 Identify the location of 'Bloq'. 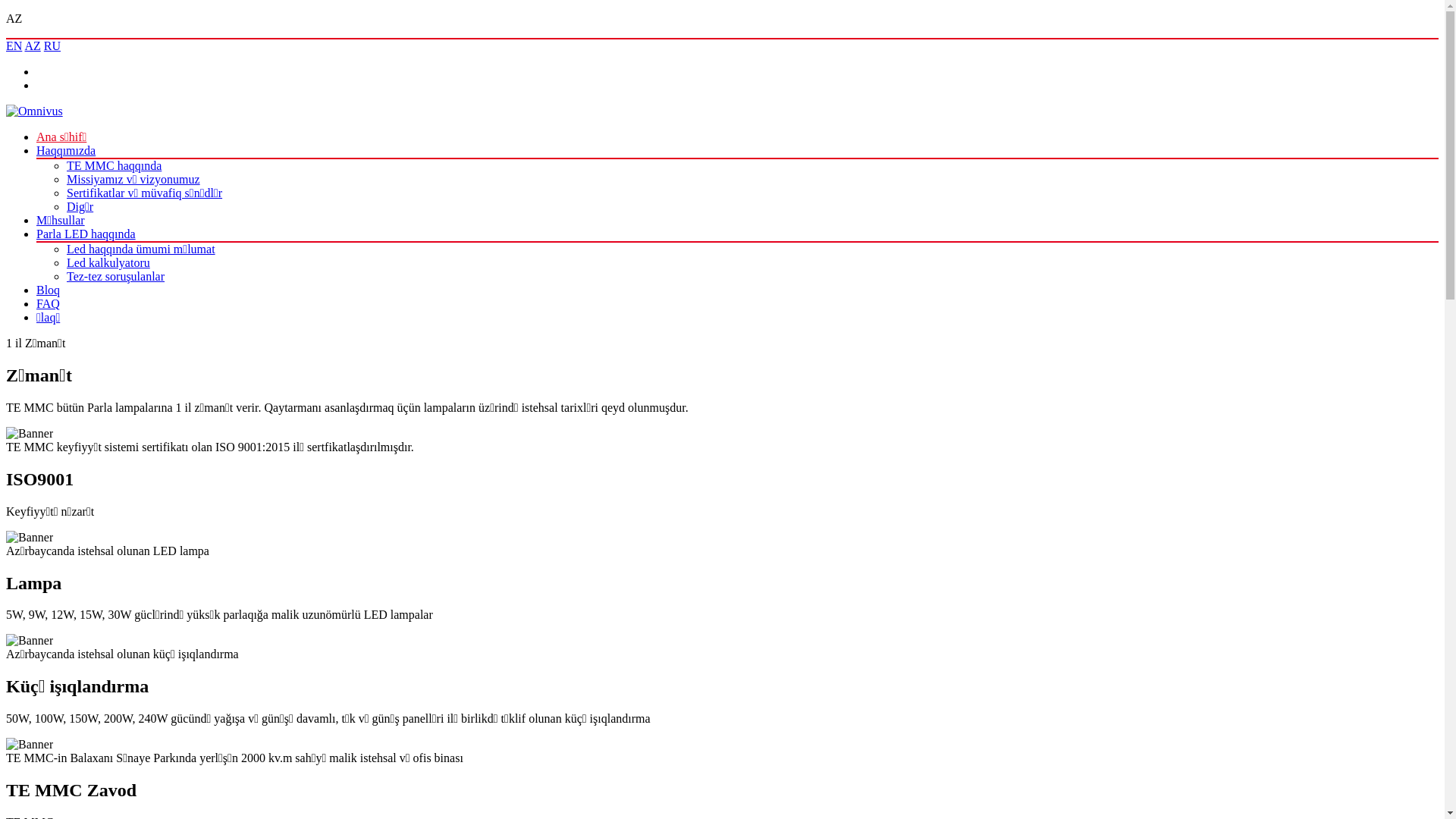
(48, 290).